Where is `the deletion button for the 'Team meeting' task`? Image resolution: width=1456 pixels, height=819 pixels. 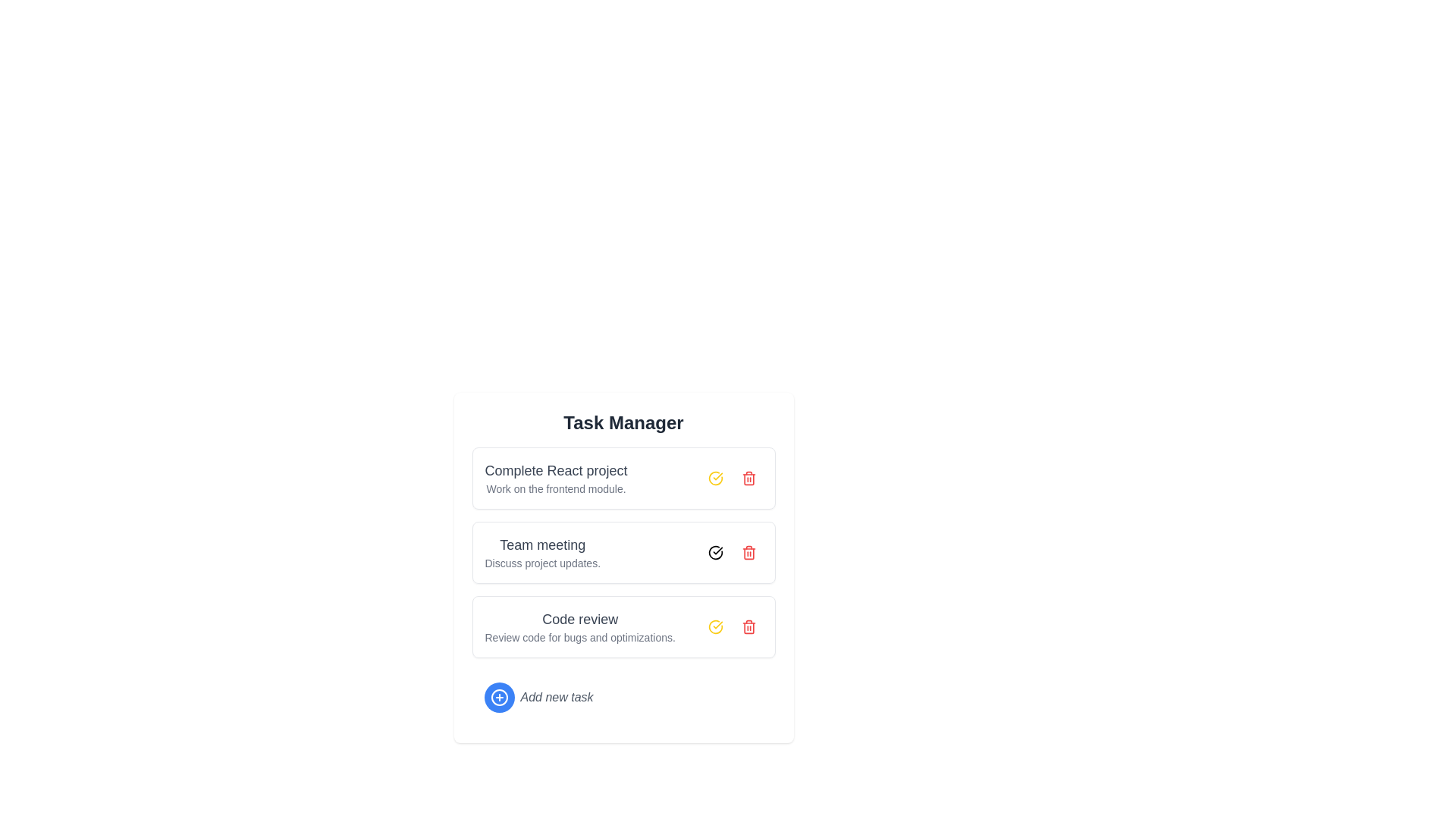 the deletion button for the 'Team meeting' task is located at coordinates (748, 553).